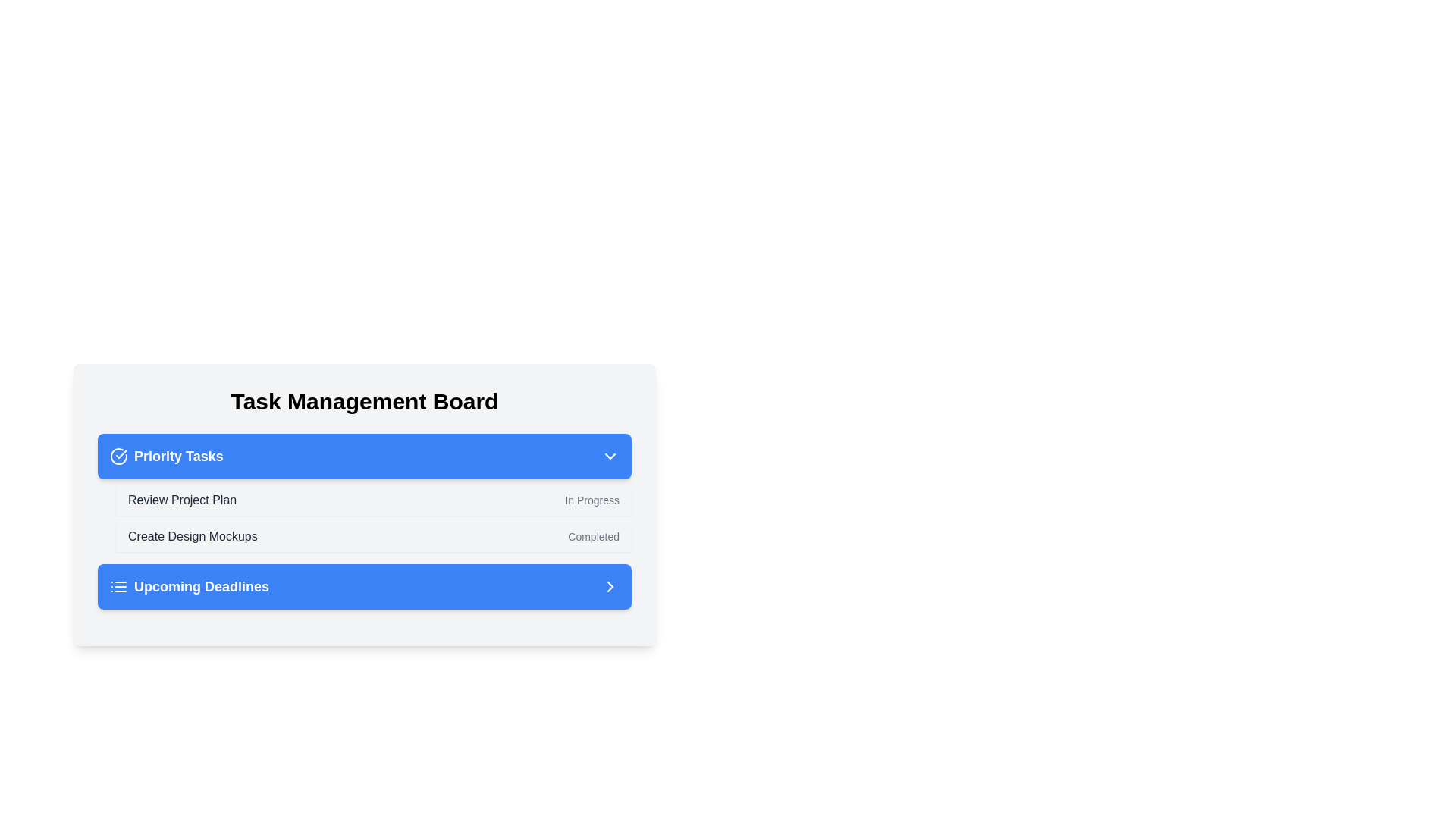 This screenshot has width=1456, height=819. I want to click on the down-pointing chevron icon, so click(610, 455).